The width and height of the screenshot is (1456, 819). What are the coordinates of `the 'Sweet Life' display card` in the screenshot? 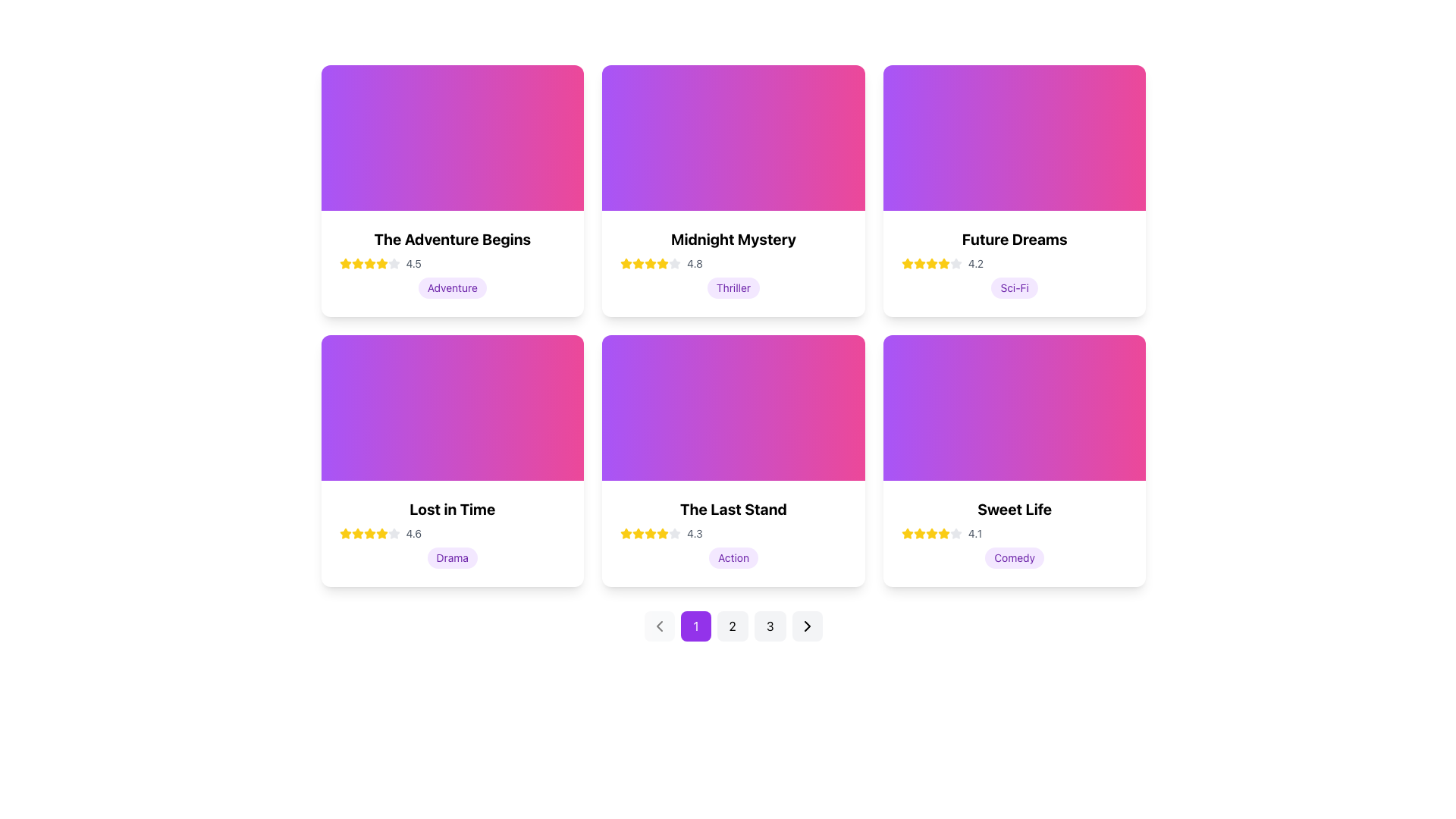 It's located at (1015, 460).